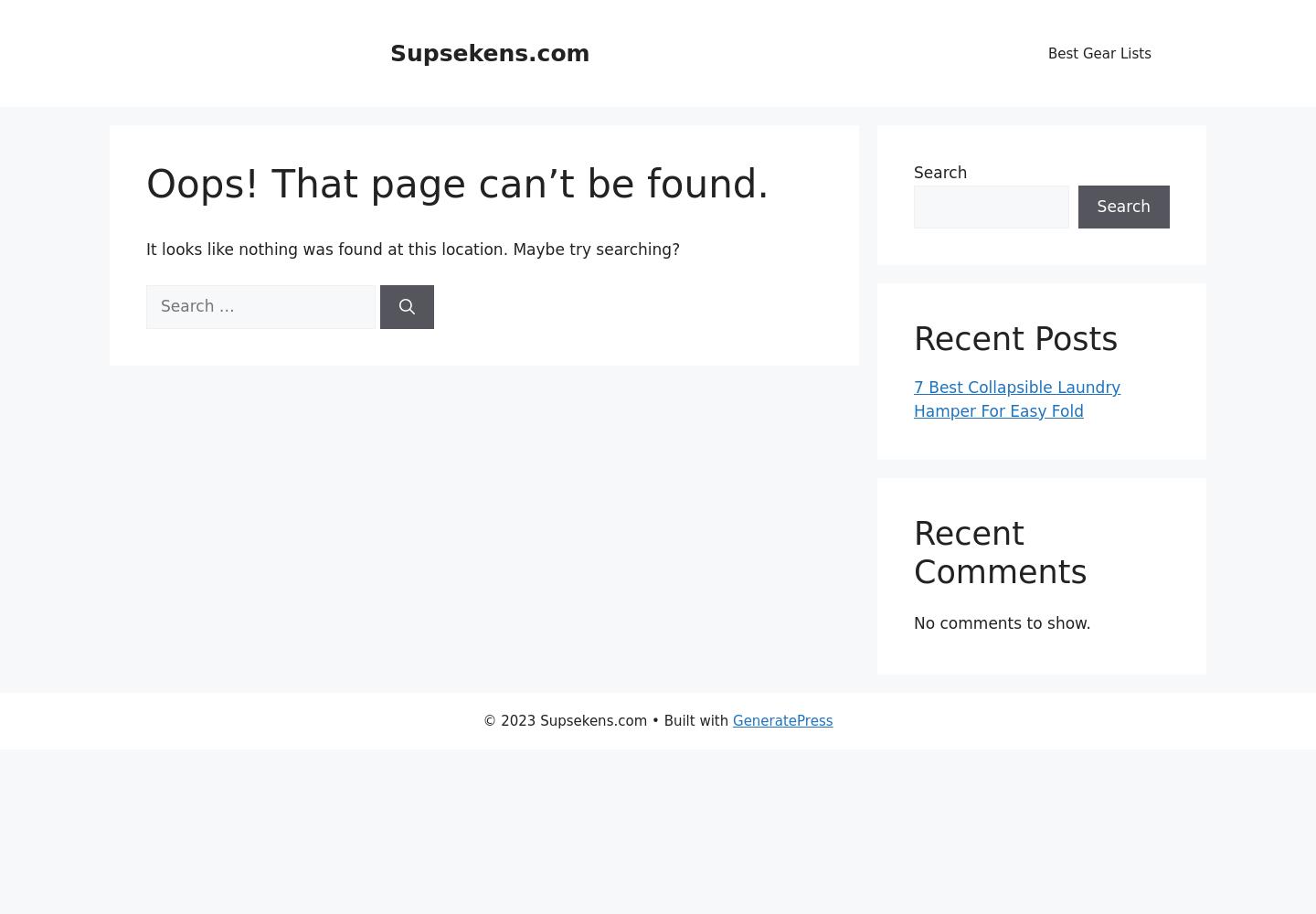 This screenshot has height=914, width=1316. What do you see at coordinates (1014, 338) in the screenshot?
I see `'Recent Posts'` at bounding box center [1014, 338].